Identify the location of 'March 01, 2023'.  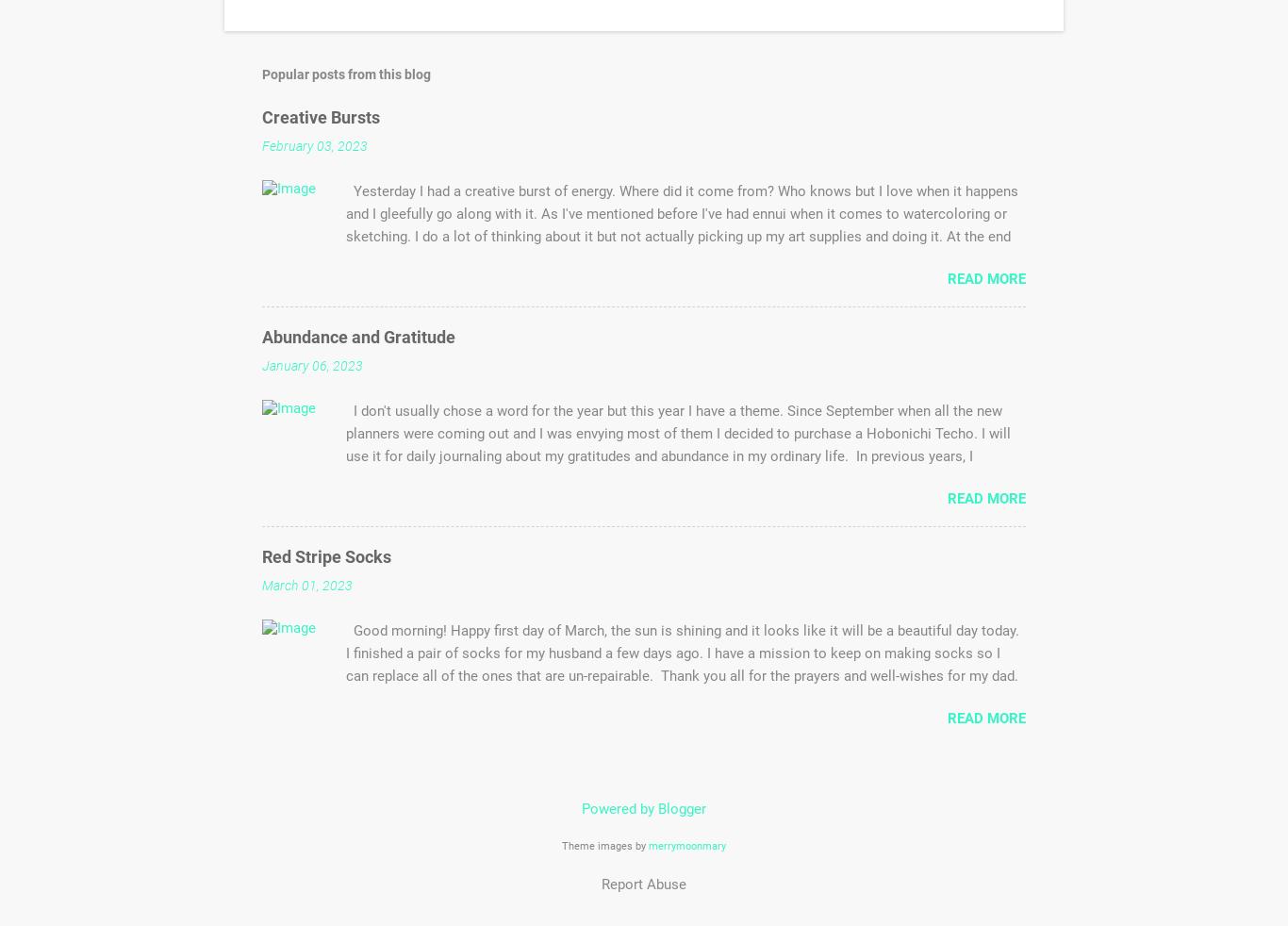
(307, 585).